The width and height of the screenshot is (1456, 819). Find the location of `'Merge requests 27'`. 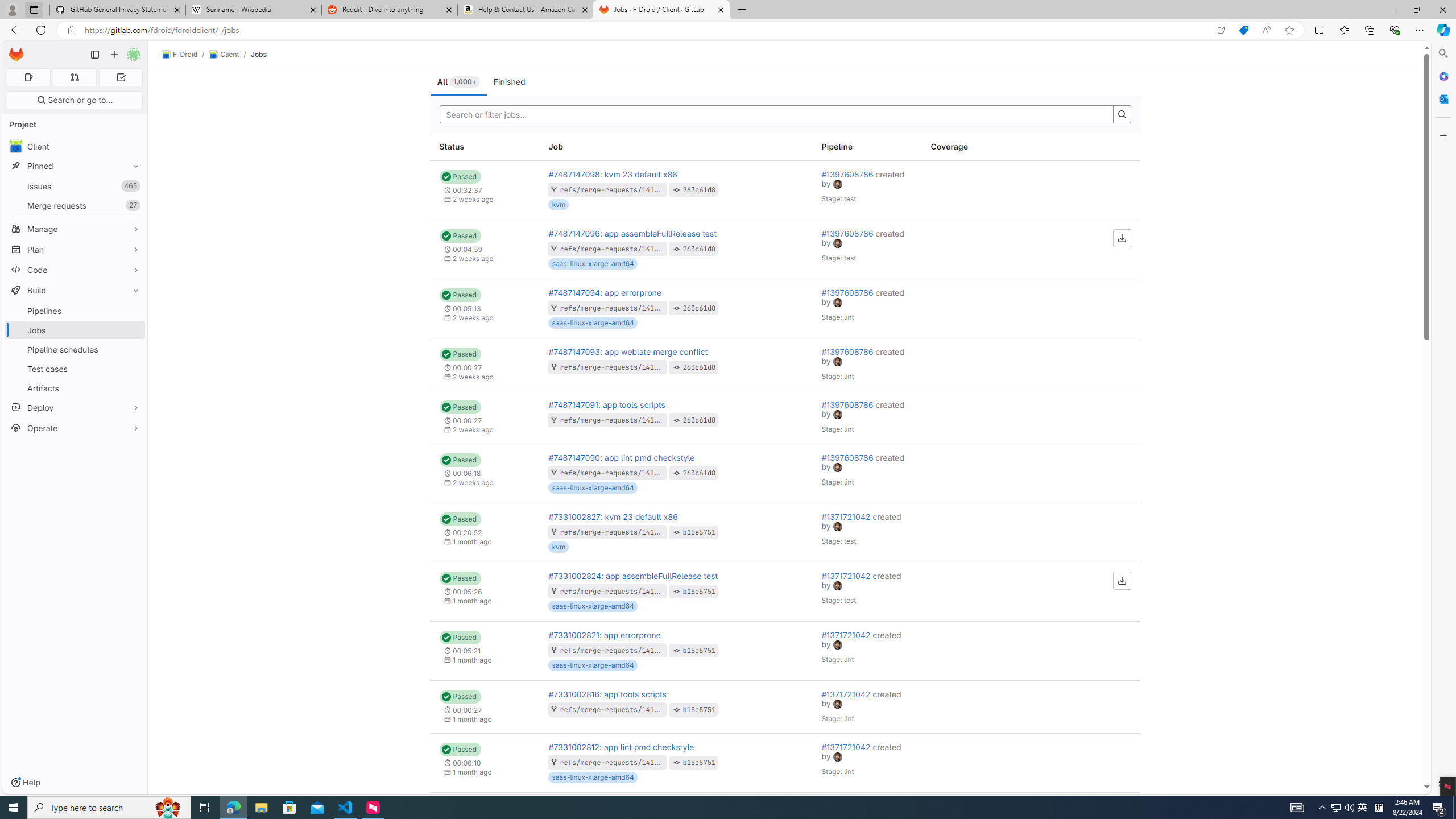

'Merge requests 27' is located at coordinates (74, 205).